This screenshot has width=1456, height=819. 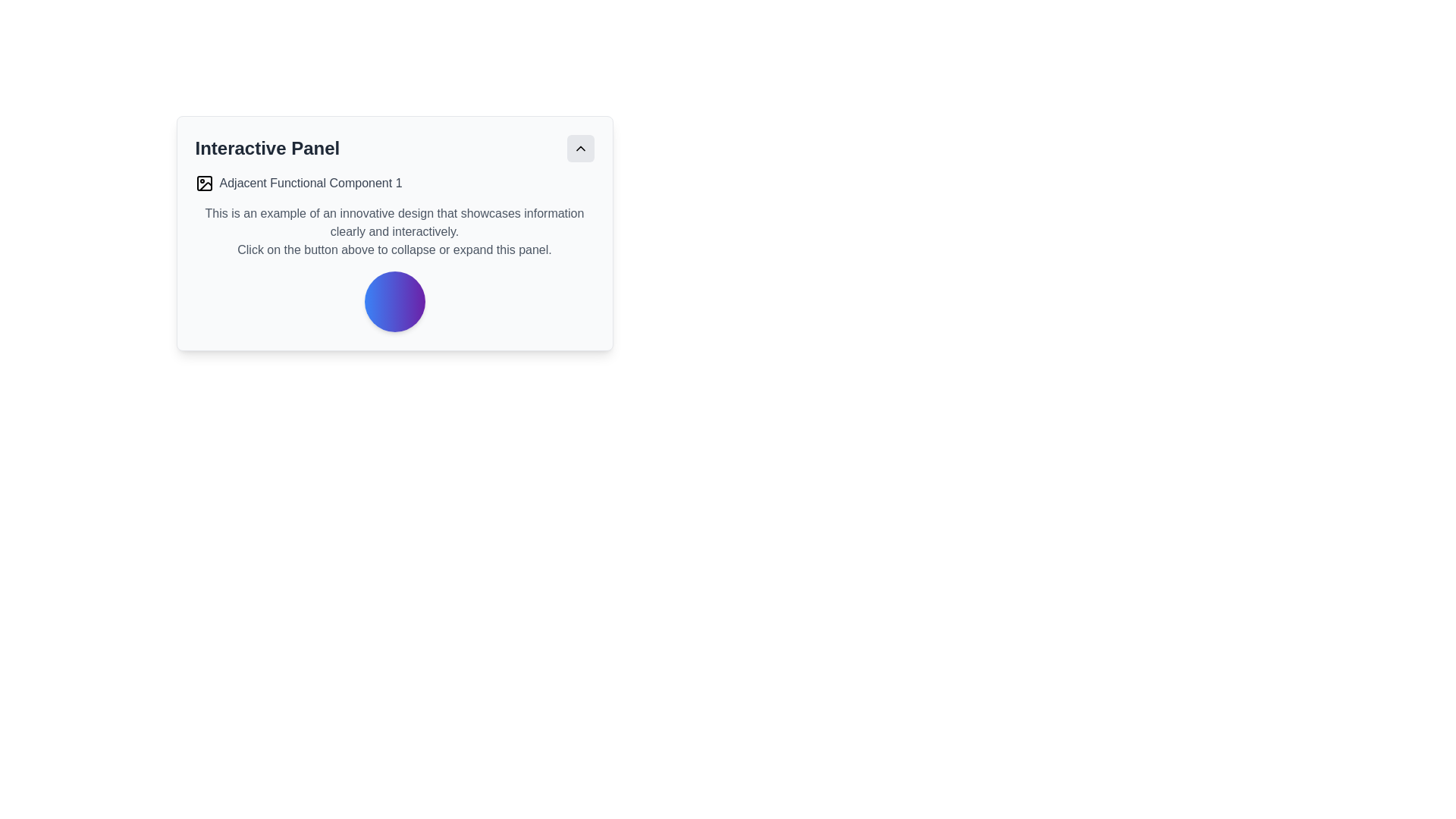 What do you see at coordinates (394, 183) in the screenshot?
I see `the Label with Icon reading 'Adjacent Functional Component 1', which includes a small image symbol on its left, located near the top of the panel just below the 'Interactive Panel' header` at bounding box center [394, 183].